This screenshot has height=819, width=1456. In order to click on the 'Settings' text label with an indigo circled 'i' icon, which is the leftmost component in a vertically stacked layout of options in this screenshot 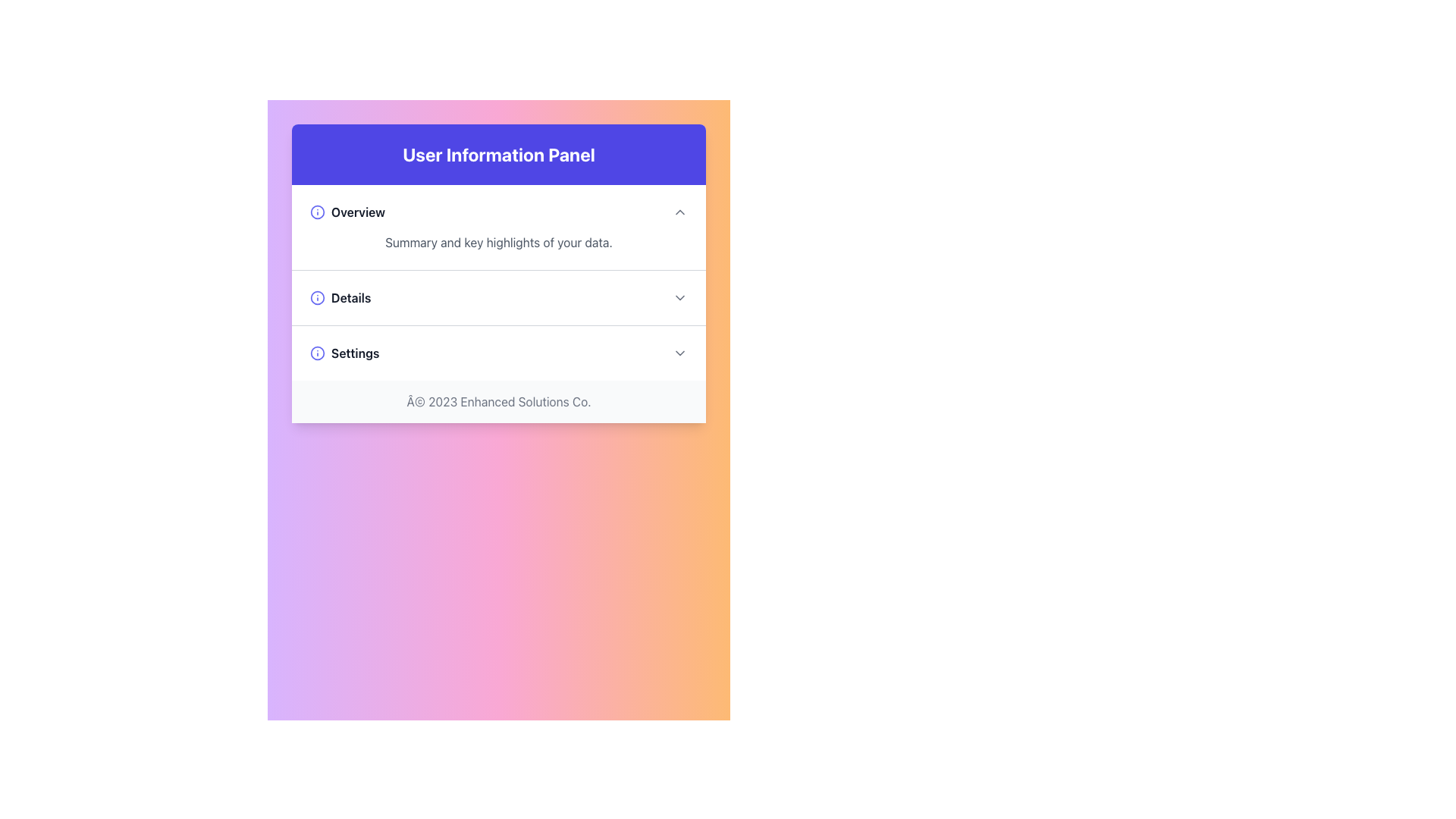, I will do `click(344, 353)`.